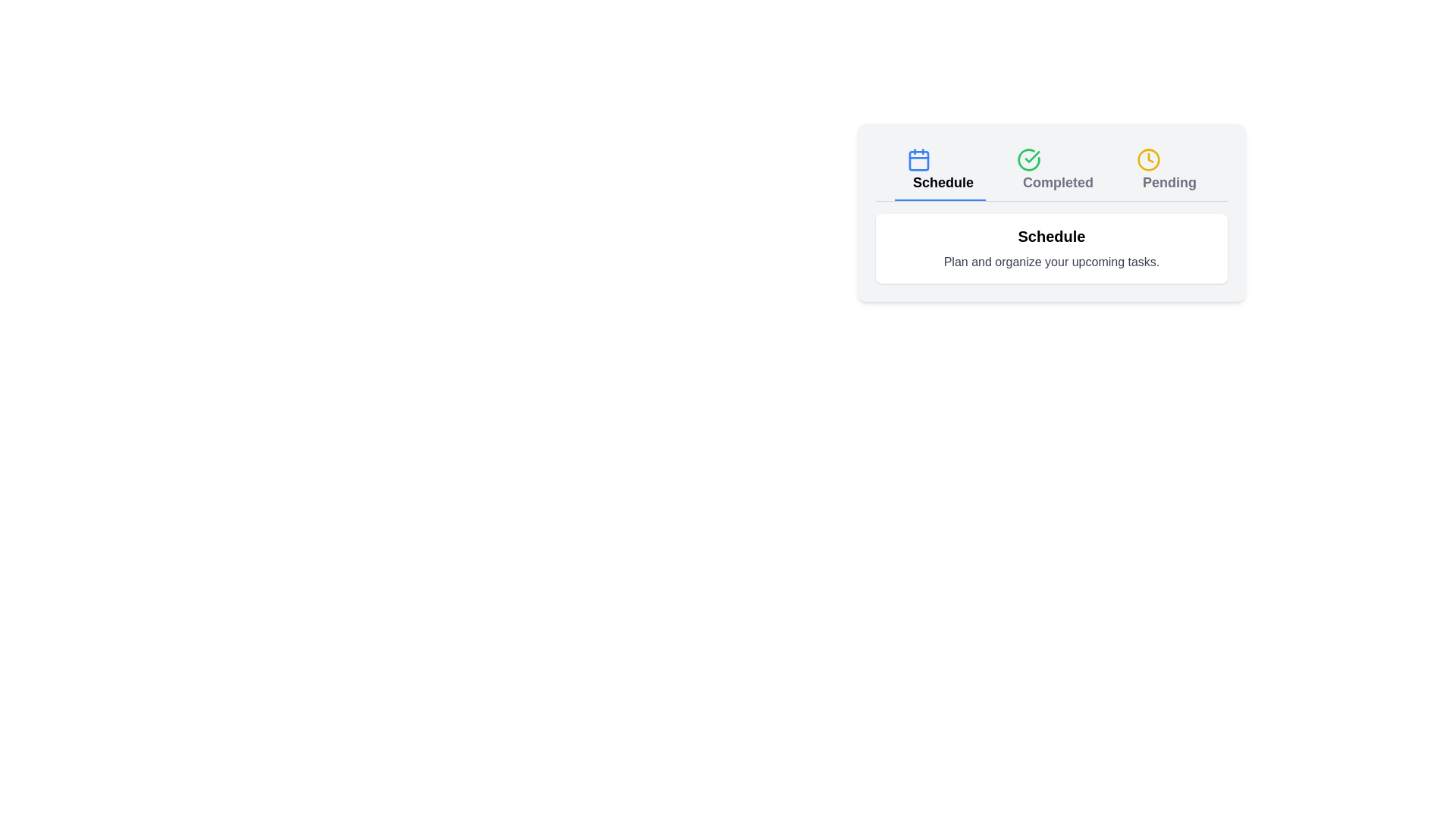 The image size is (1456, 819). Describe the element at coordinates (939, 171) in the screenshot. I see `the tab button corresponding to Schedule` at that location.